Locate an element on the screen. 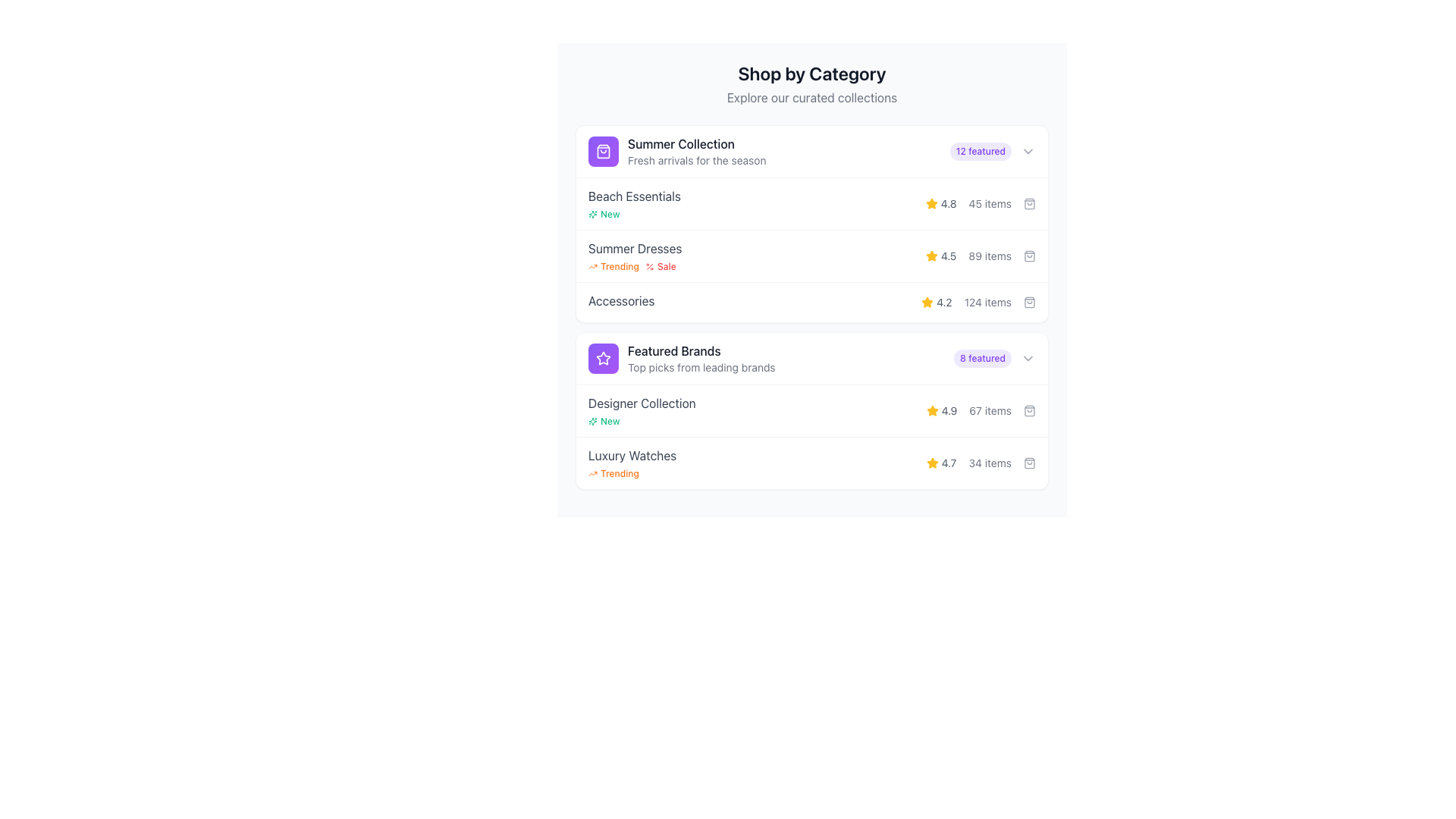 The image size is (1456, 819). the label that indicates the quantity of items associated with the respective category, located at the bottom-right corner of the UI elements group, after the rating star is located at coordinates (990, 462).